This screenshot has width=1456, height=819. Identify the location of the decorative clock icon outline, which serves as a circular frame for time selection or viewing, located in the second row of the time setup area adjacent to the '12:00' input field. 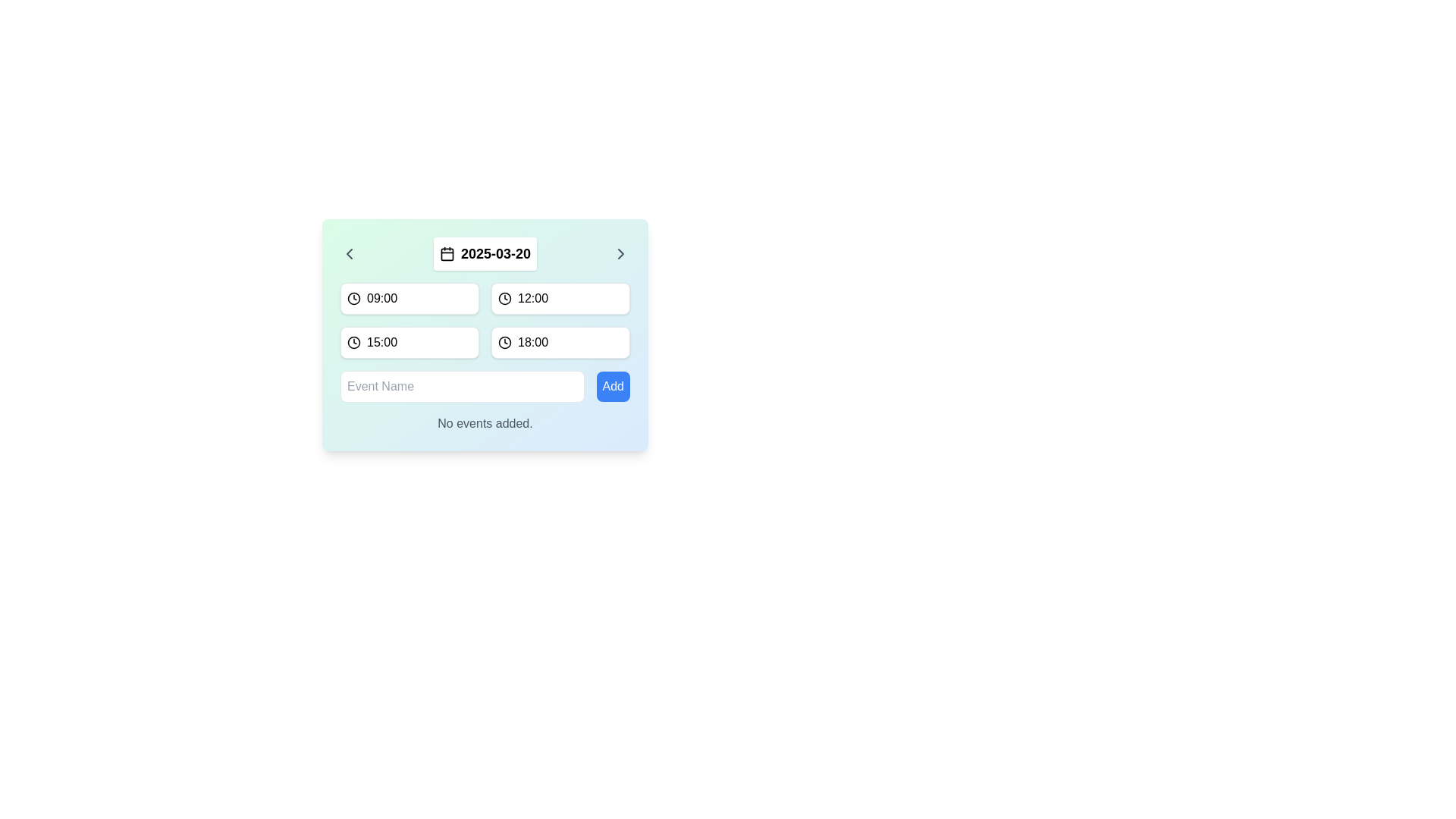
(505, 298).